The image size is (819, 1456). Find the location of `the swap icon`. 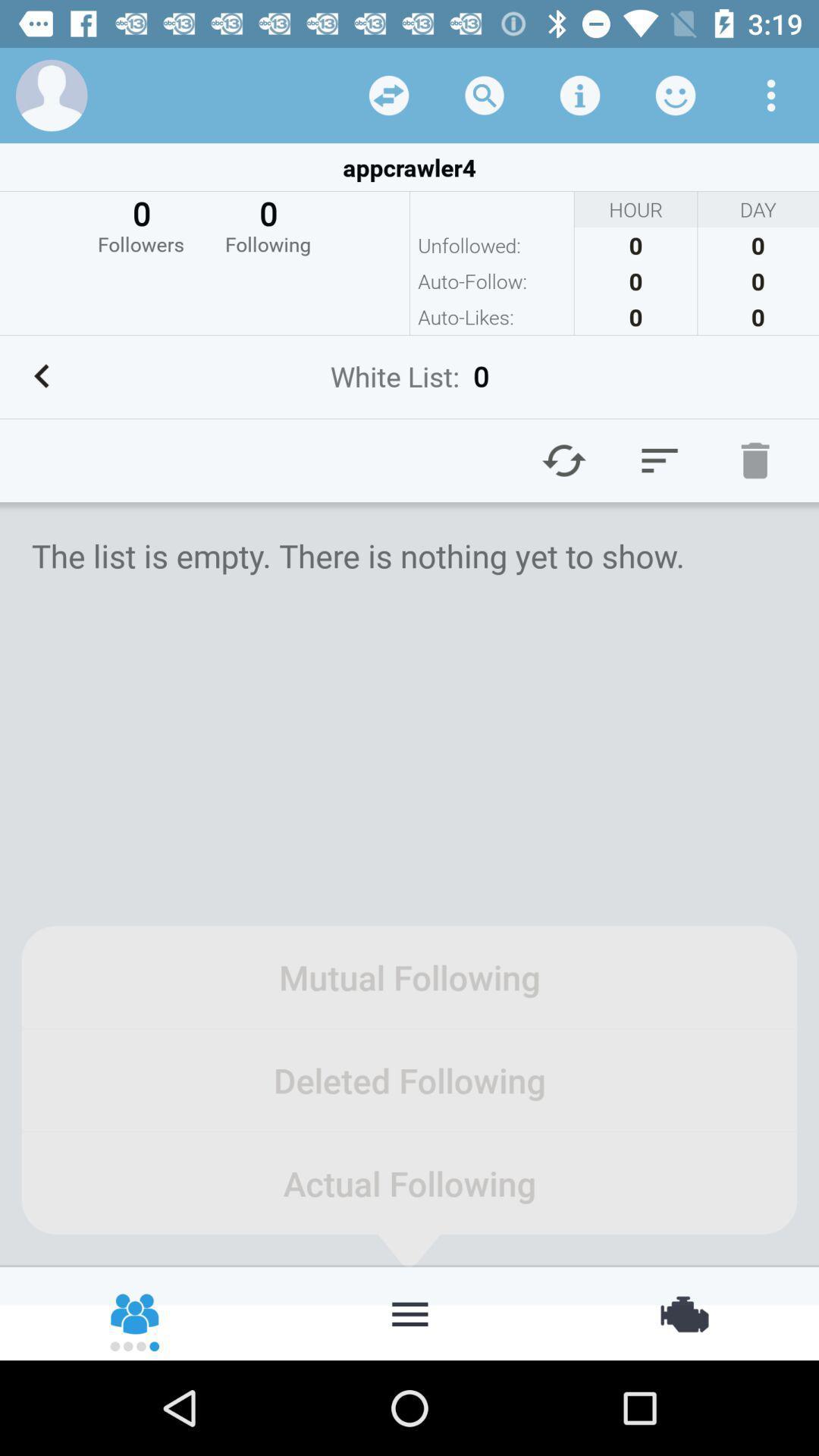

the swap icon is located at coordinates (682, 1312).